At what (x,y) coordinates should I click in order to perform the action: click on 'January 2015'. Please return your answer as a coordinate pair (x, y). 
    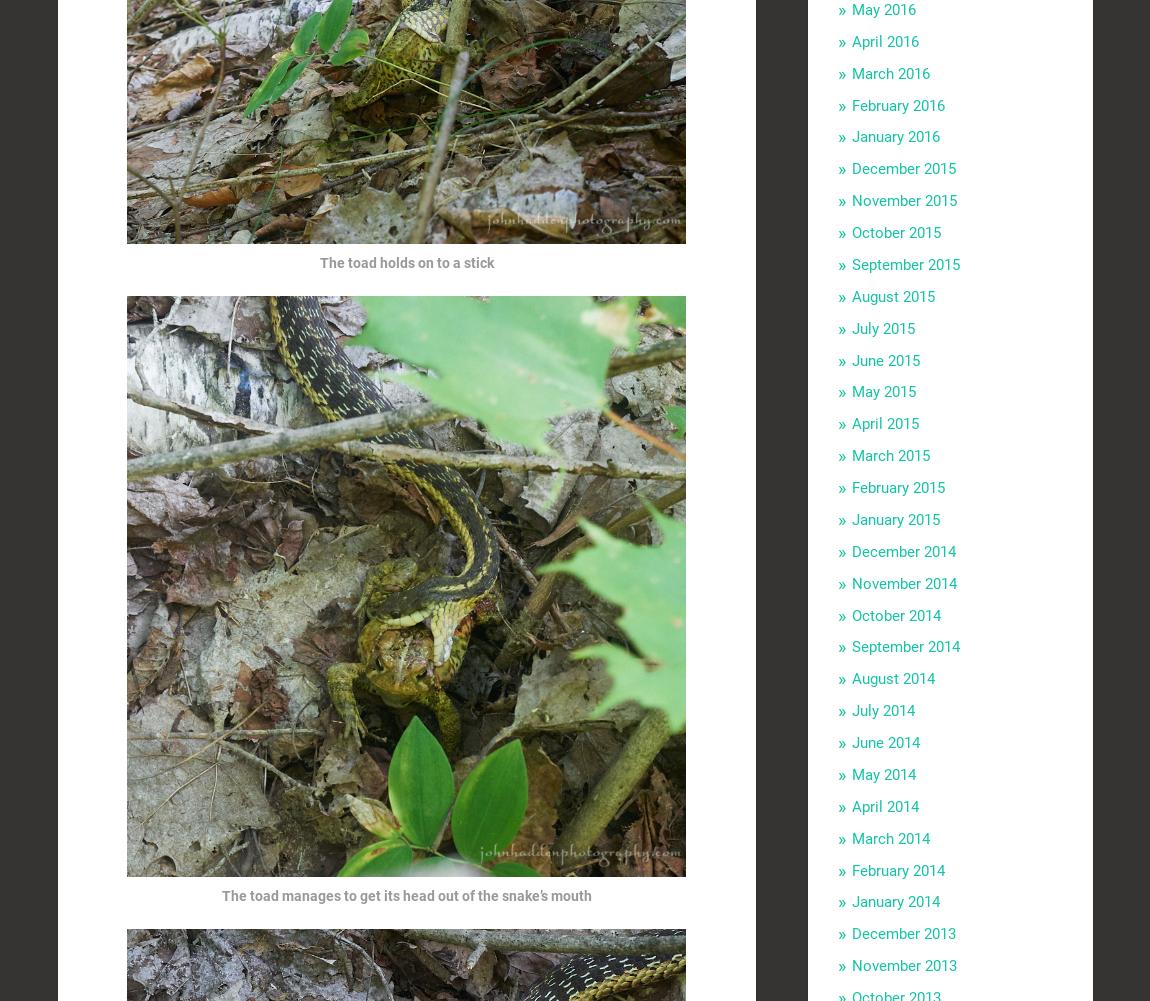
    Looking at the image, I should click on (895, 518).